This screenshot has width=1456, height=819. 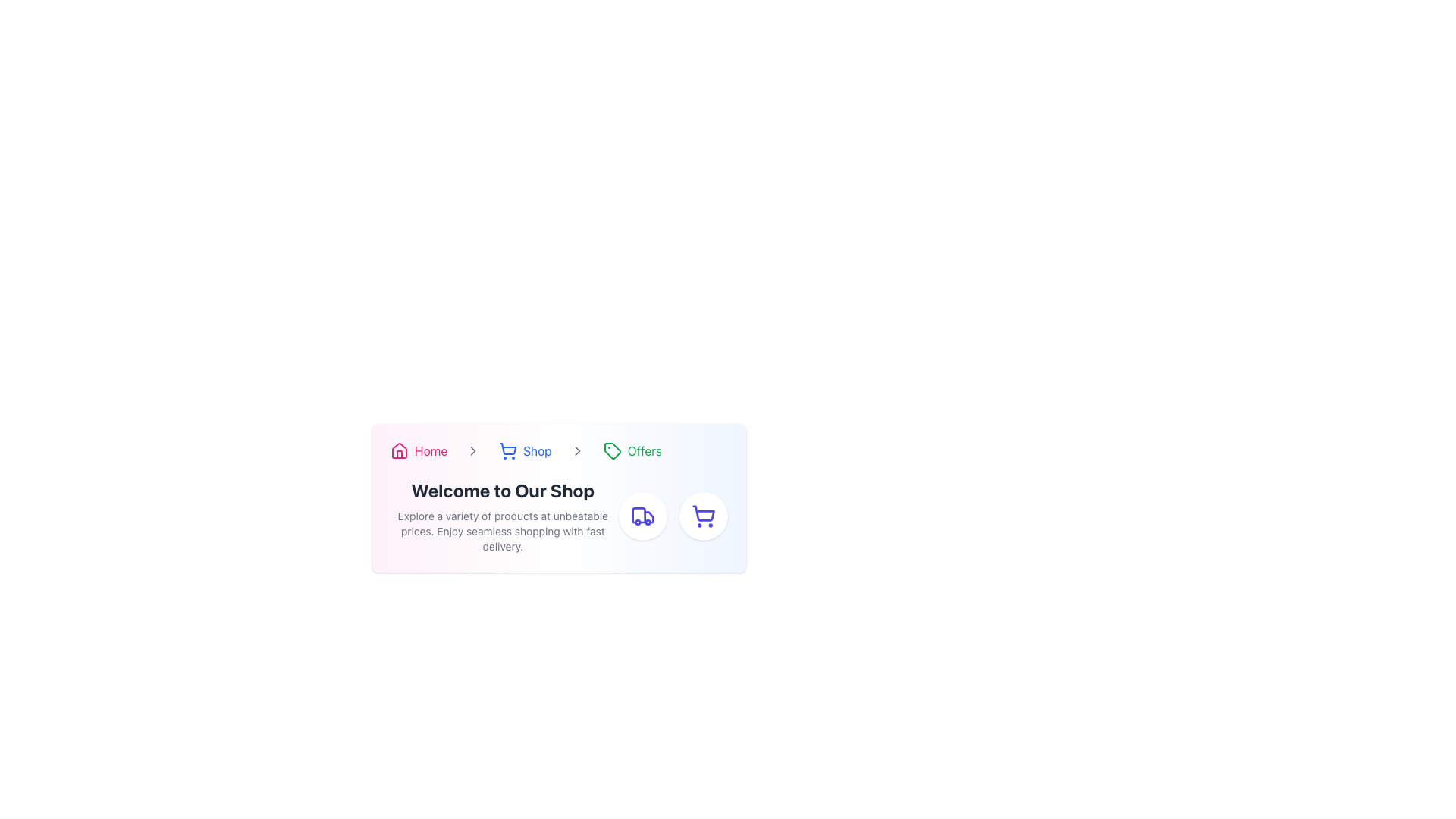 I want to click on the descriptive paragraph of the textual information block that contains the text 'Explore a variety of products at unbeatable prices. Enjoy seamless shopping with fast delivery.', so click(x=558, y=516).